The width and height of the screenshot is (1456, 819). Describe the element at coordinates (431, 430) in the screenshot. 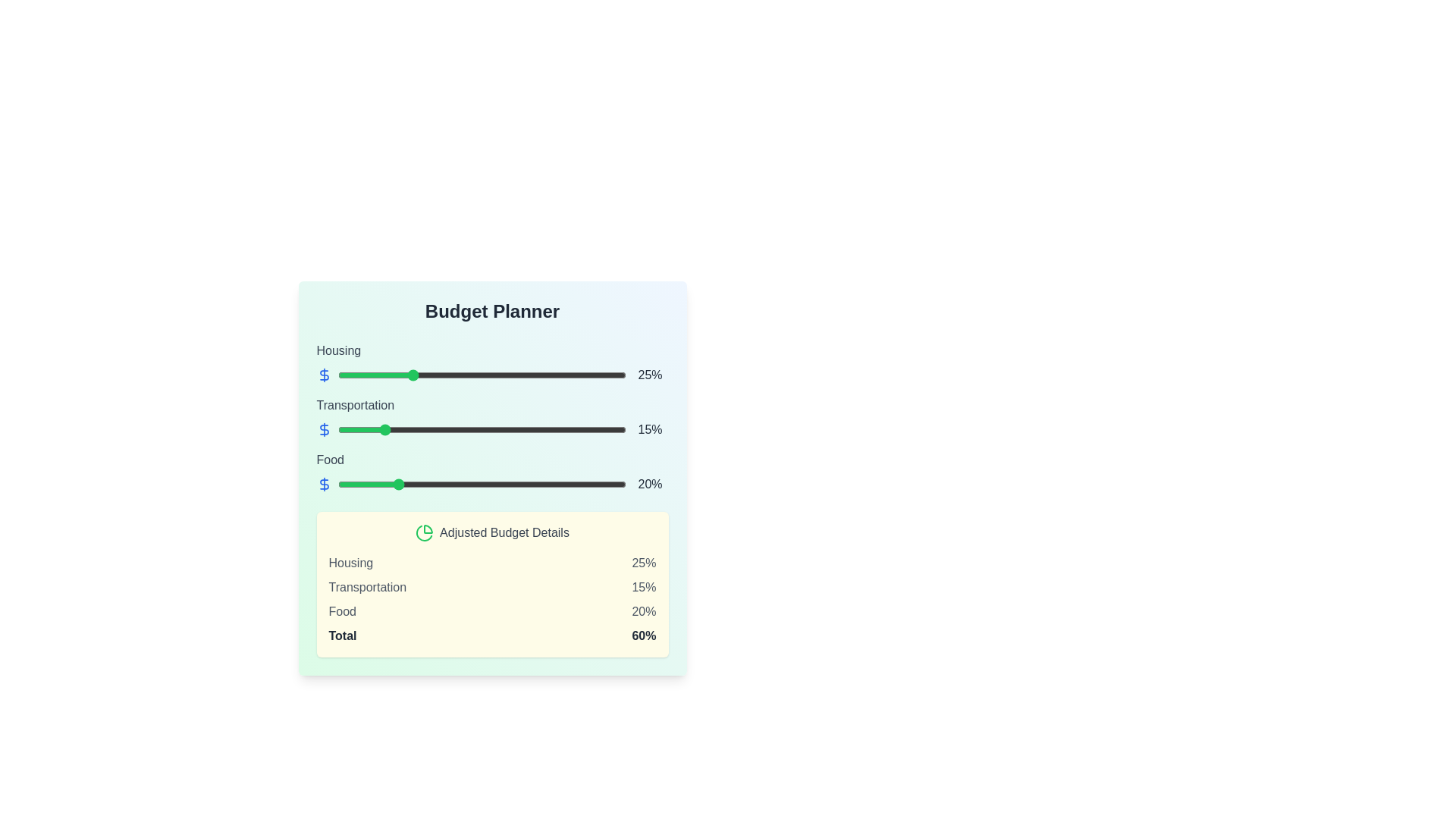

I see `the 'Transportation' slider` at that location.